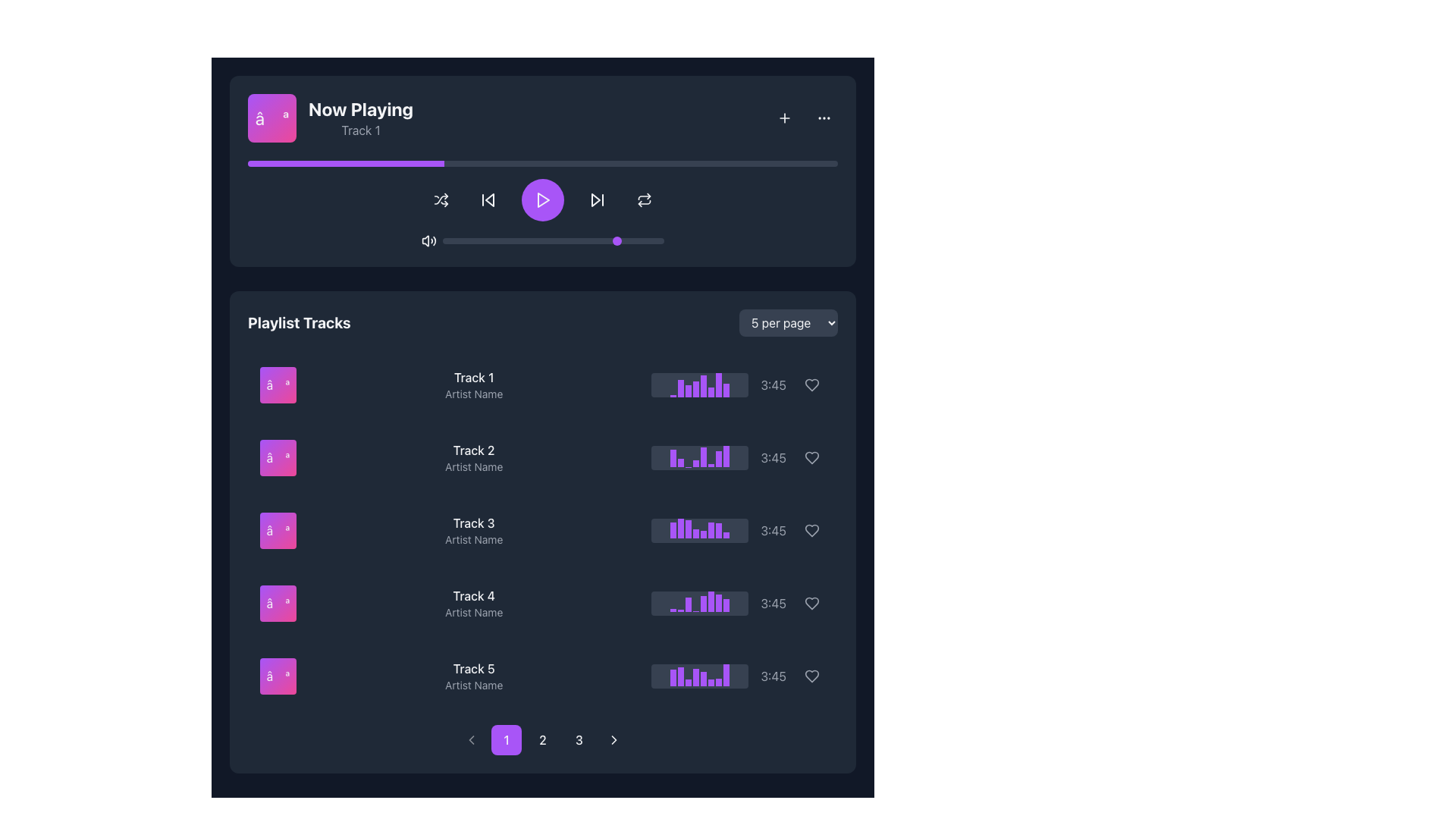  Describe the element at coordinates (471, 739) in the screenshot. I see `the button with a leftward arrow icon to go to the previous page in the pagination control` at that location.